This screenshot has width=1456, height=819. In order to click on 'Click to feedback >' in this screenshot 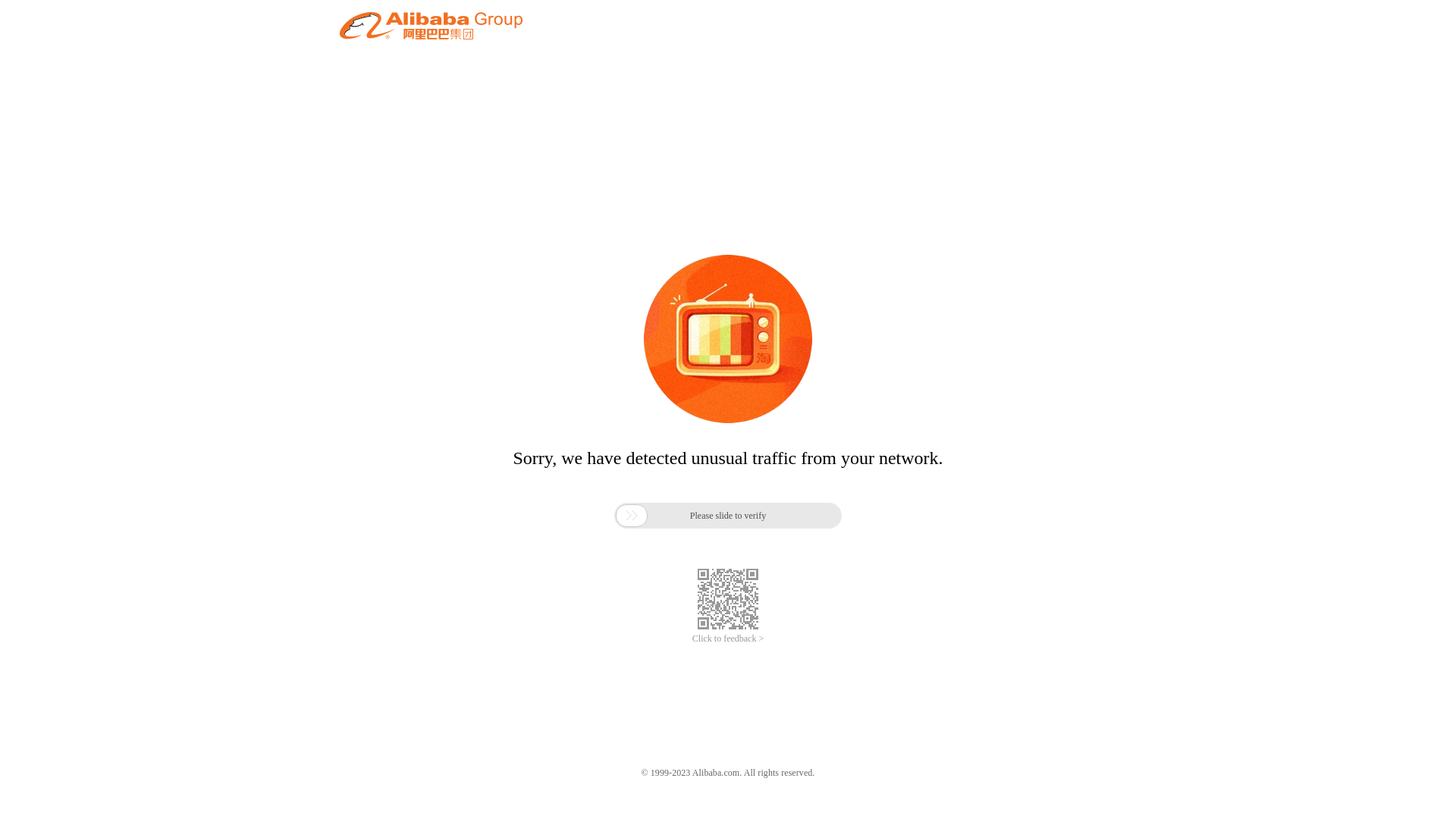, I will do `click(691, 639)`.